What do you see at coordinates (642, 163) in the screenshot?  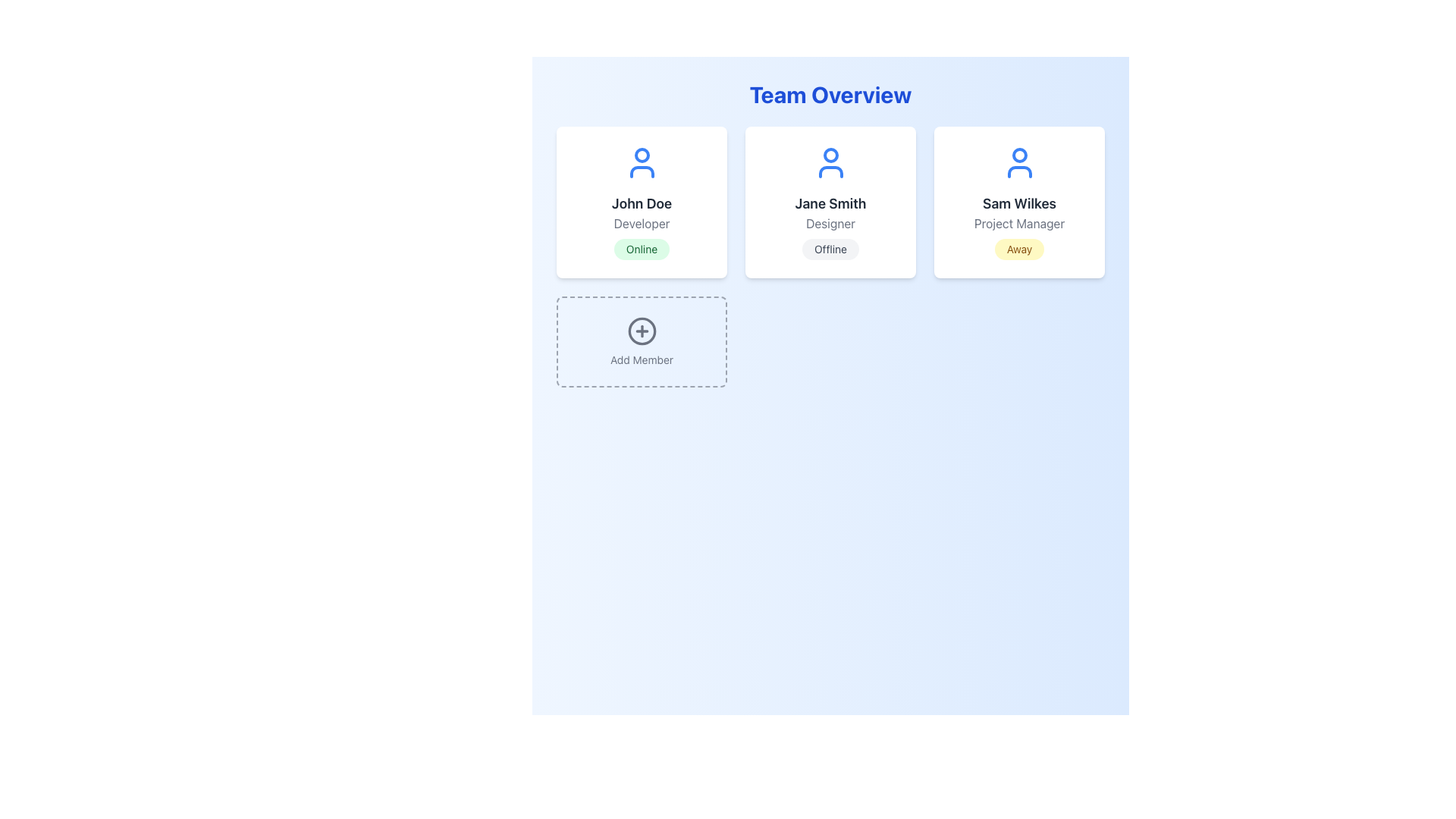 I see `the blue-colored vector icon representing a user, which is positioned at the top center of the user information card section` at bounding box center [642, 163].